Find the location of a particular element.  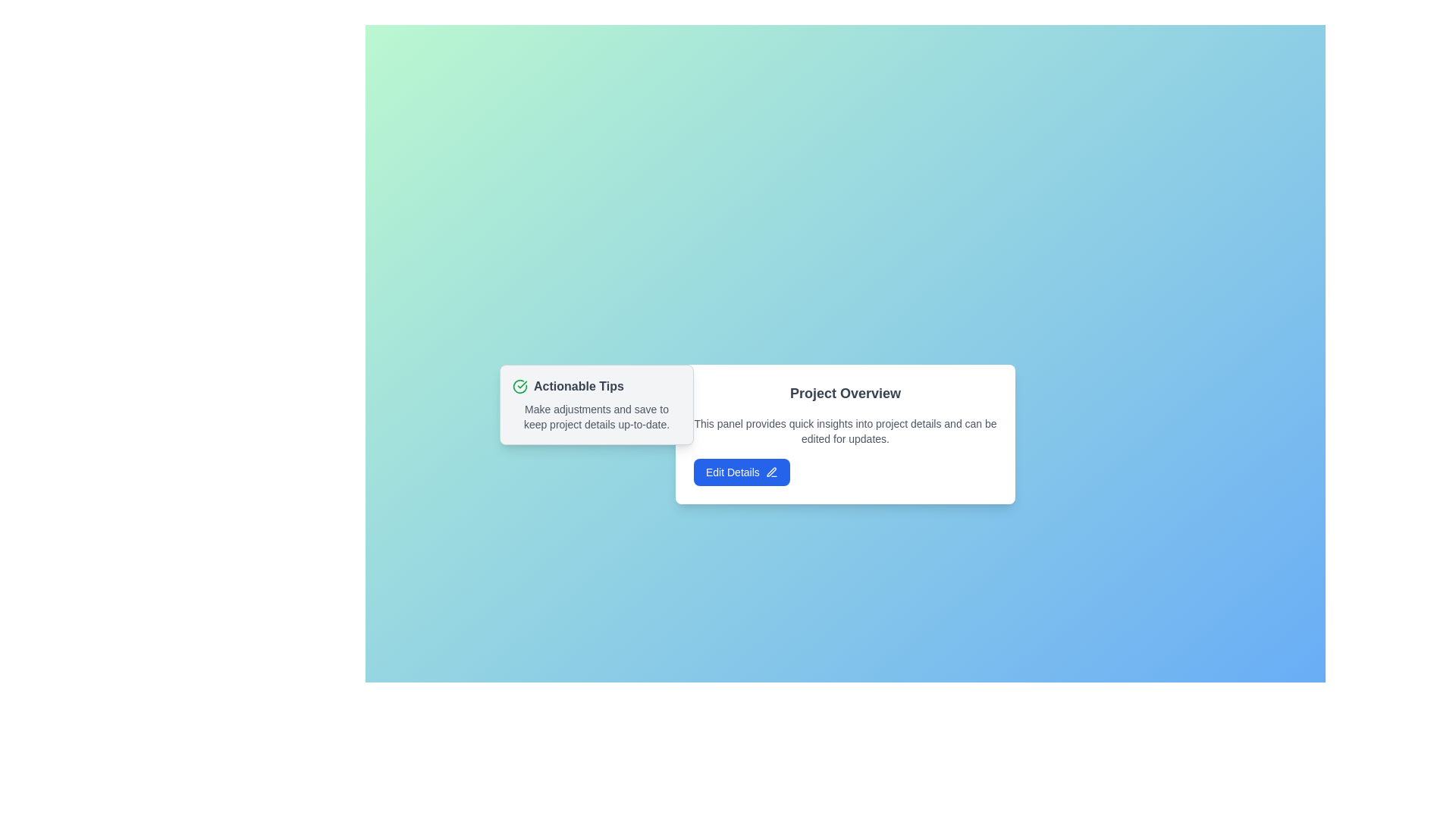

the success icon to the left of the 'Actionable Tips' text, which signifies a completed action is located at coordinates (520, 385).